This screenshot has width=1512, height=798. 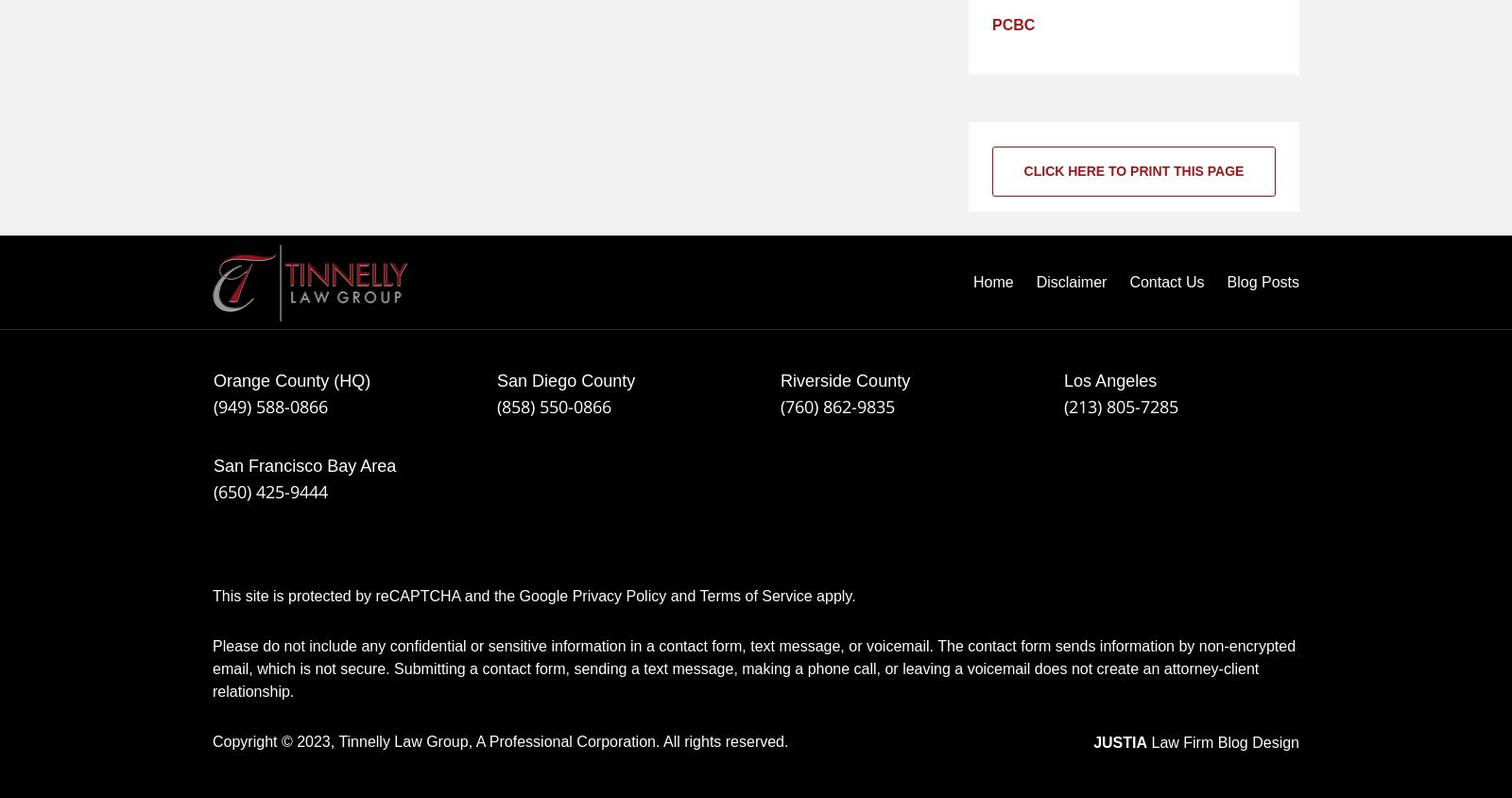 I want to click on 'Orange County (HQ)', so click(x=291, y=381).